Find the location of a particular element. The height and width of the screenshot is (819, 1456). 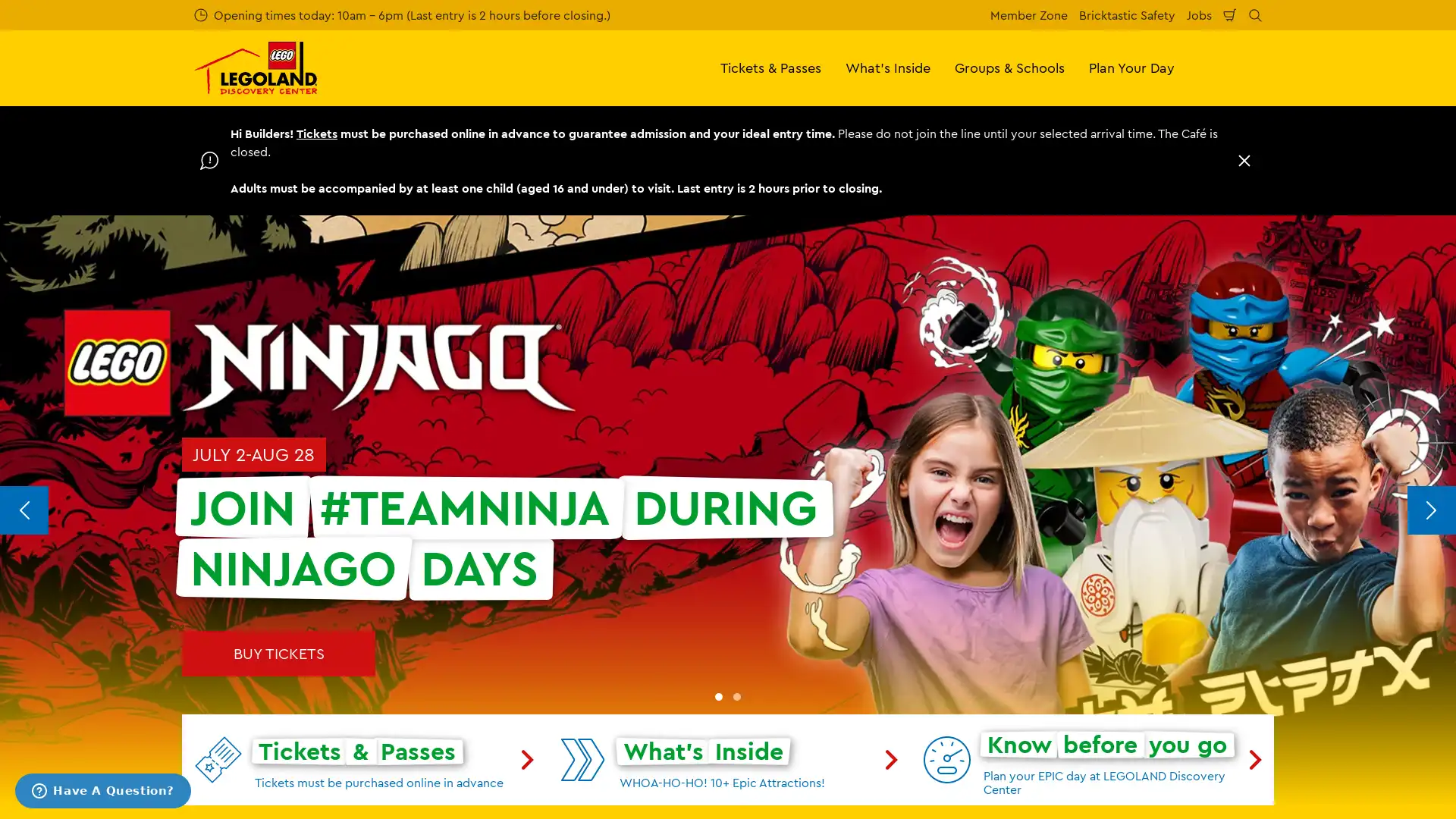

Tickets & Passes is located at coordinates (770, 67).